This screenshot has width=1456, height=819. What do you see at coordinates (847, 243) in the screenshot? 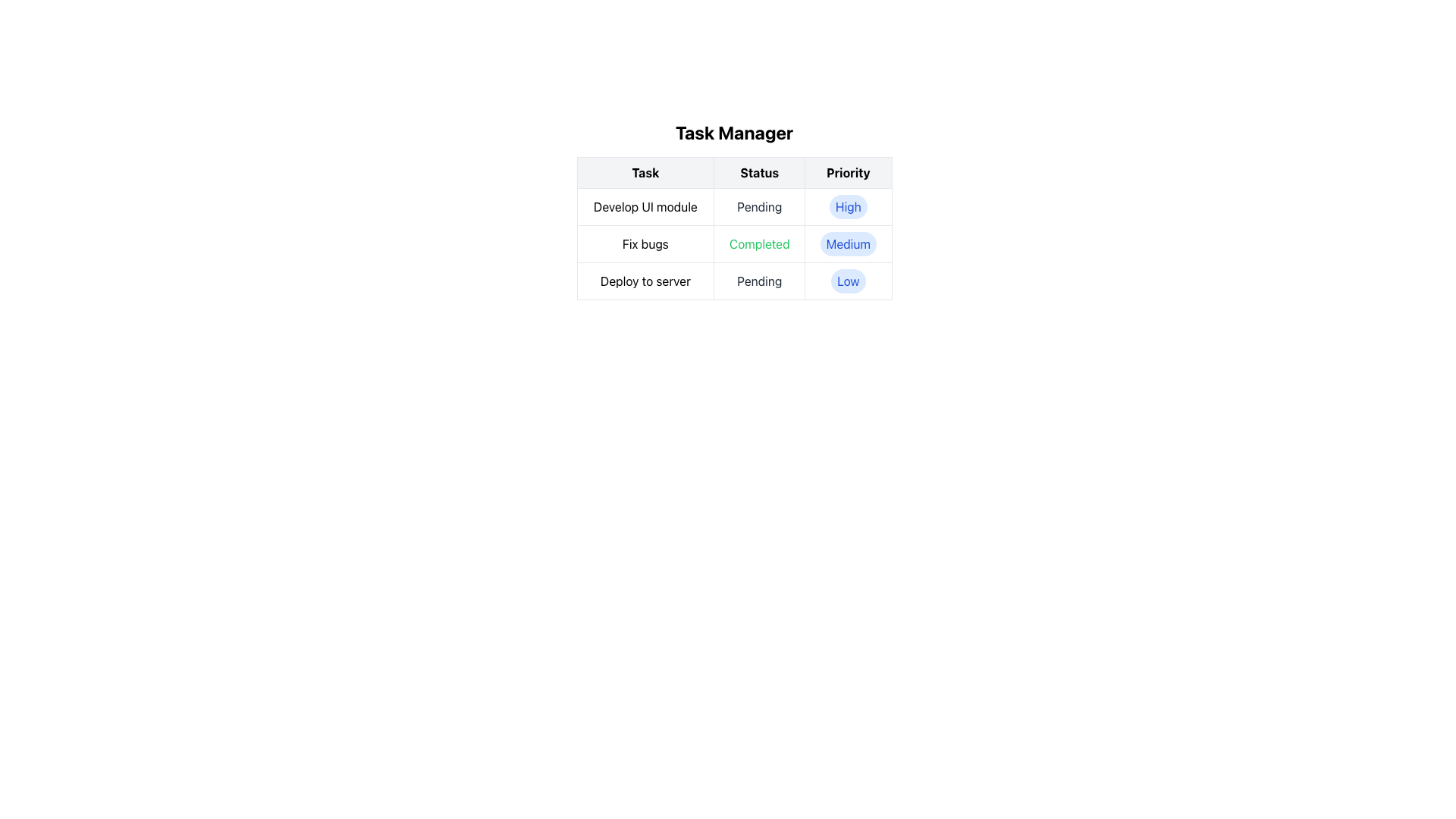
I see `the UI chip element styled as a button with the text 'Medium' in the 'Priority' column of the second row of the table, which has a blue background and is the third element in its row` at bounding box center [847, 243].